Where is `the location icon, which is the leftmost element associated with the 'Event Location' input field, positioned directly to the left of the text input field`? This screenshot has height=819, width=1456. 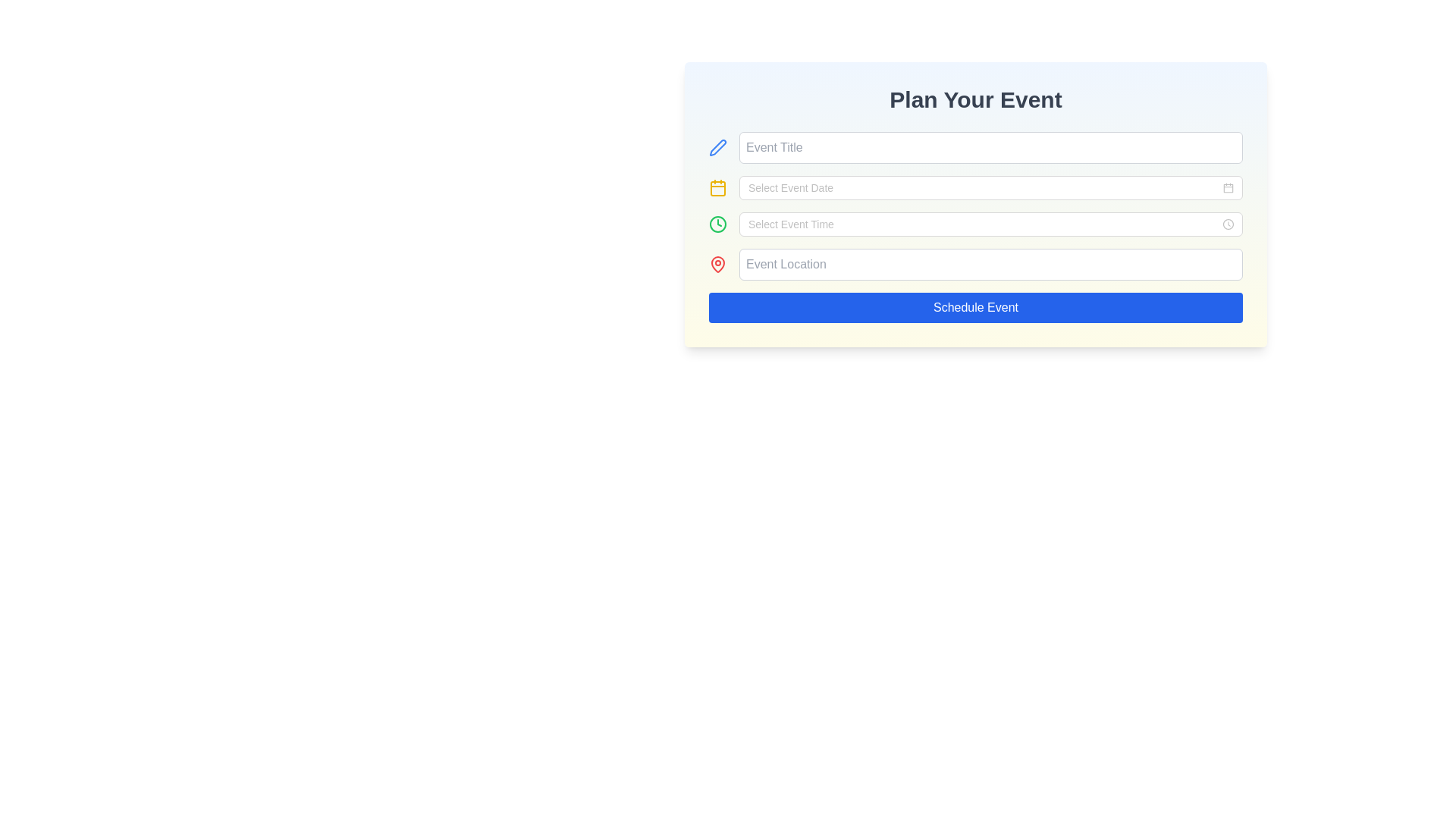 the location icon, which is the leftmost element associated with the 'Event Location' input field, positioned directly to the left of the text input field is located at coordinates (717, 263).